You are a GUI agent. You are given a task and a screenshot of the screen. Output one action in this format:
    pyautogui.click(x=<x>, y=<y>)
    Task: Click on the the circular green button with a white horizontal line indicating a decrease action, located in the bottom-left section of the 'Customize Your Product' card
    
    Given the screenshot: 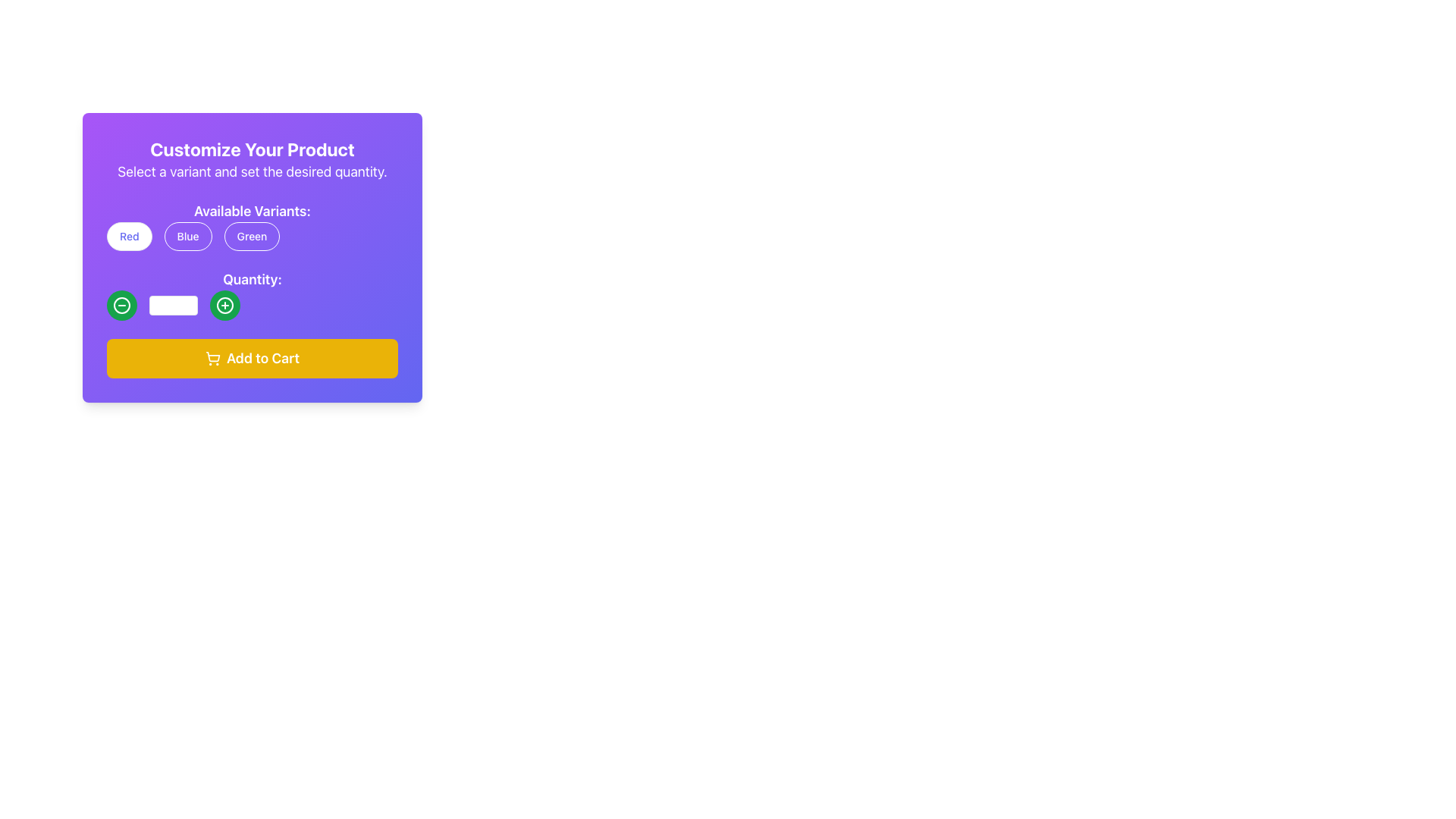 What is the action you would take?
    pyautogui.click(x=122, y=305)
    